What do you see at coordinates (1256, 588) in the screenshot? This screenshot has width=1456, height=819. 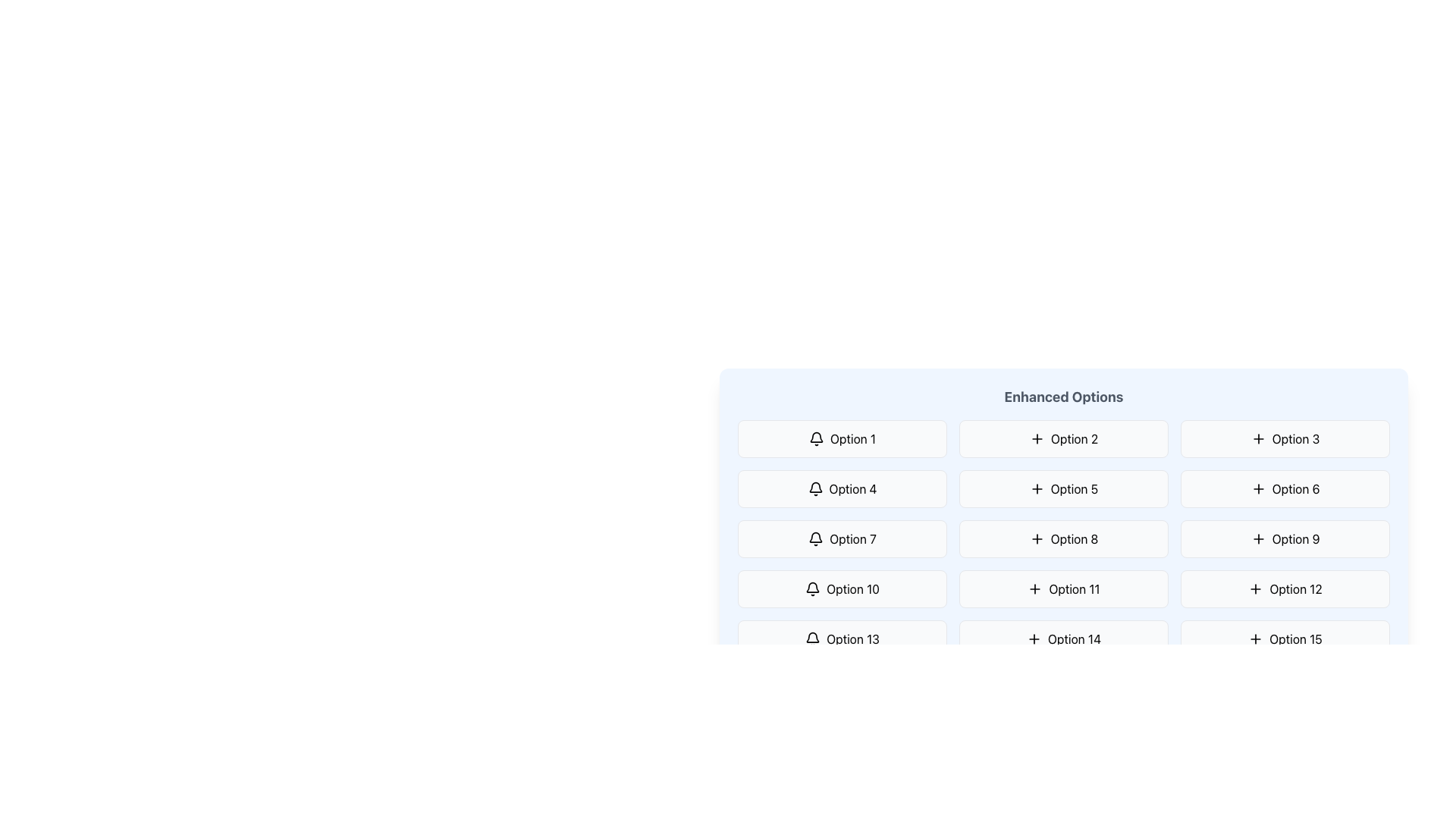 I see `the add icon within the 'Option 12' button located` at bounding box center [1256, 588].